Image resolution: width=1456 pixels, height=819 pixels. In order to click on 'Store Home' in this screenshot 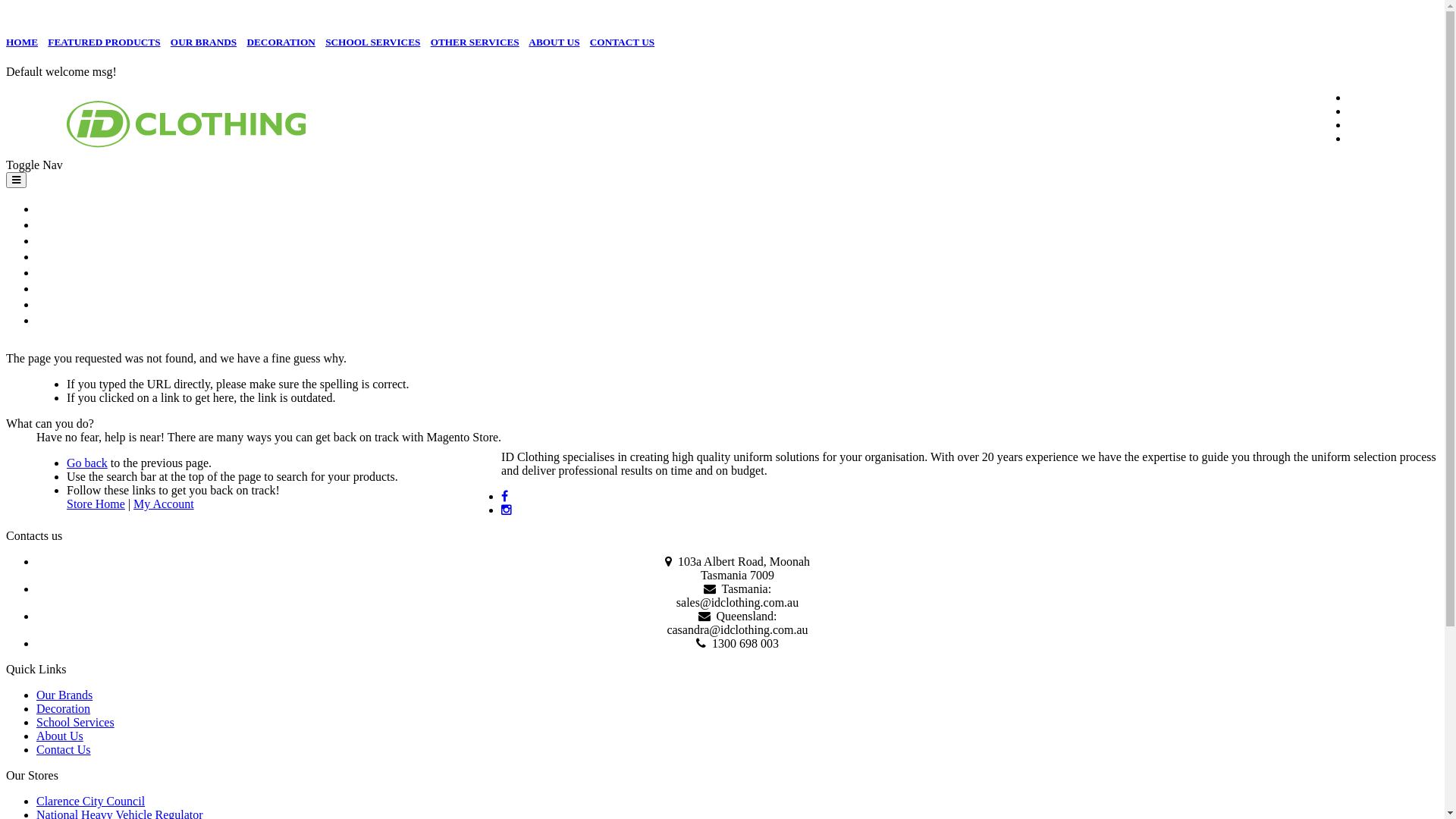, I will do `click(95, 504)`.